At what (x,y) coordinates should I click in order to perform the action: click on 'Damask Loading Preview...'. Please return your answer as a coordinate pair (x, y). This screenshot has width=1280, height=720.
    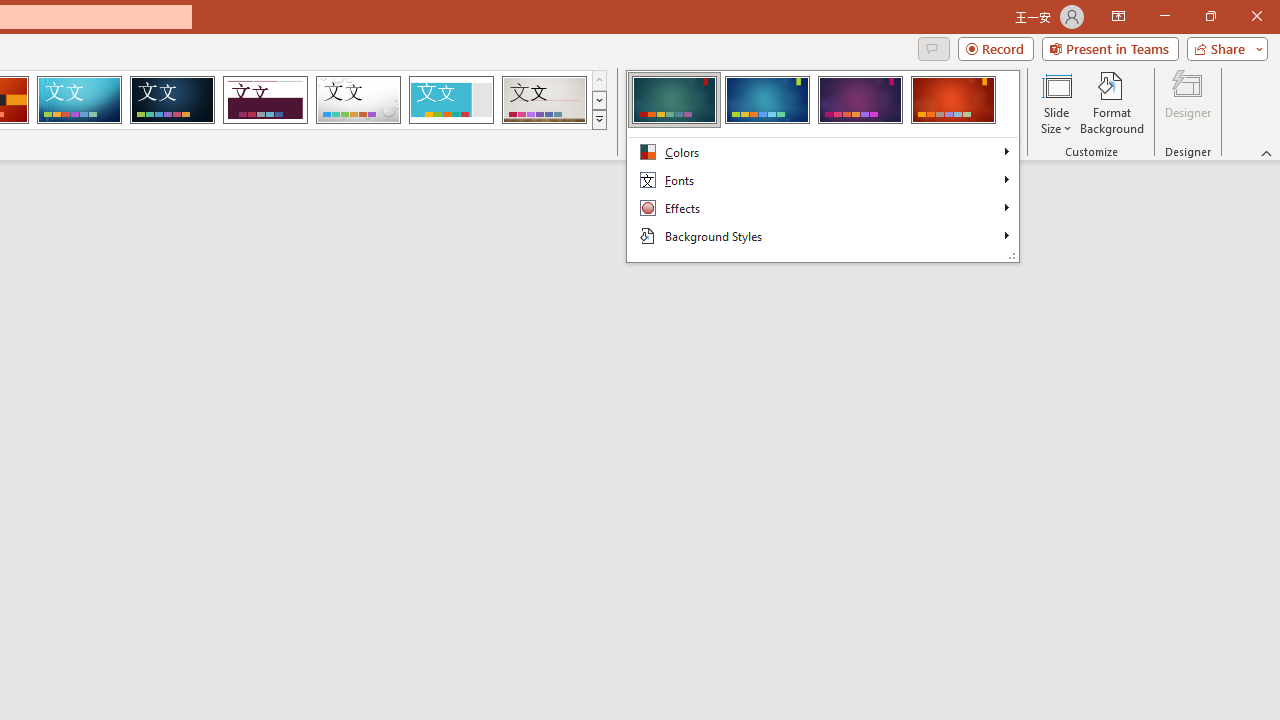
    Looking at the image, I should click on (172, 100).